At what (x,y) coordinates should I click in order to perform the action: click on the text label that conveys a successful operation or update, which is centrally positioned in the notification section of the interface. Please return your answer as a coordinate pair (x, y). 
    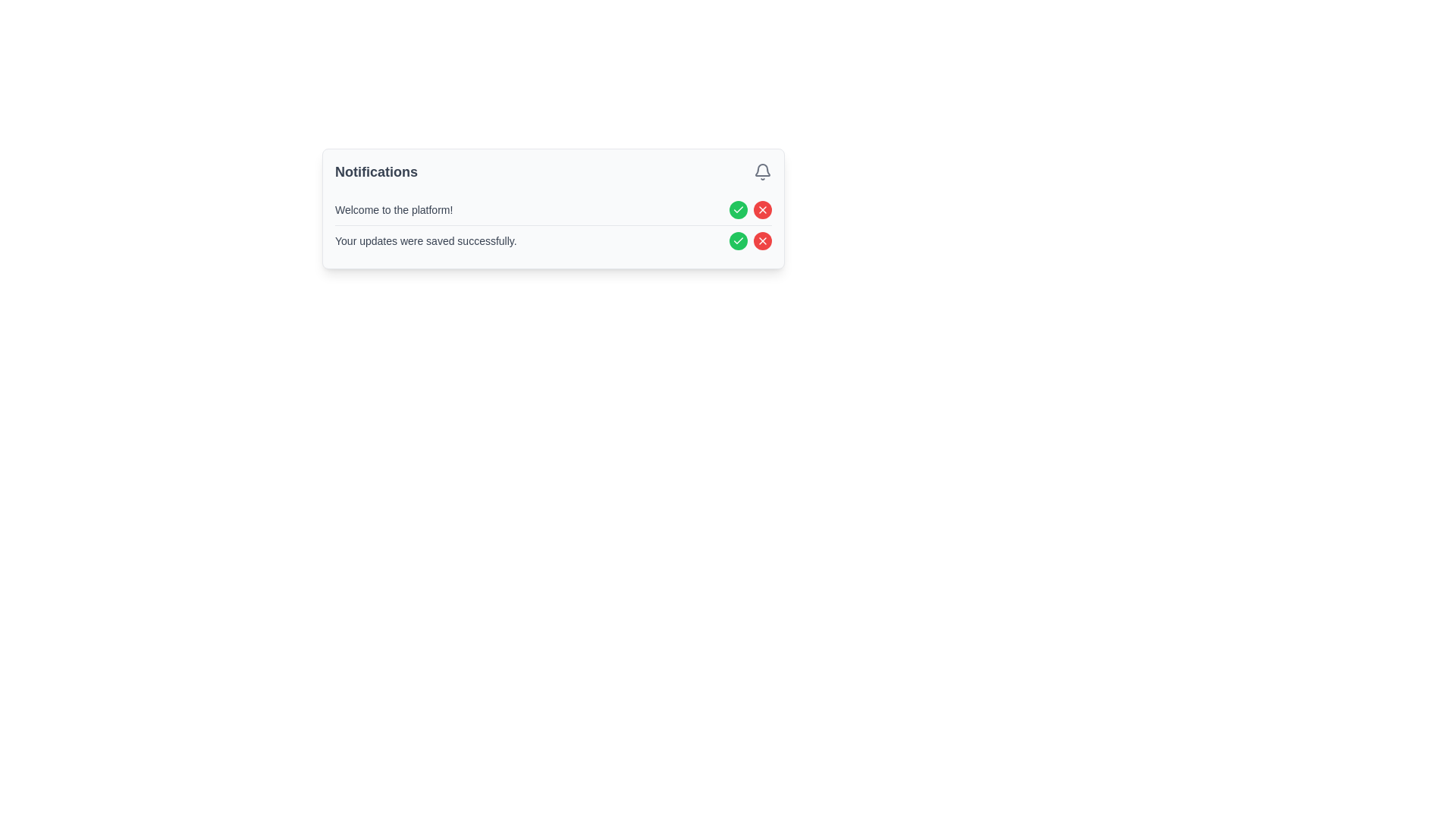
    Looking at the image, I should click on (425, 240).